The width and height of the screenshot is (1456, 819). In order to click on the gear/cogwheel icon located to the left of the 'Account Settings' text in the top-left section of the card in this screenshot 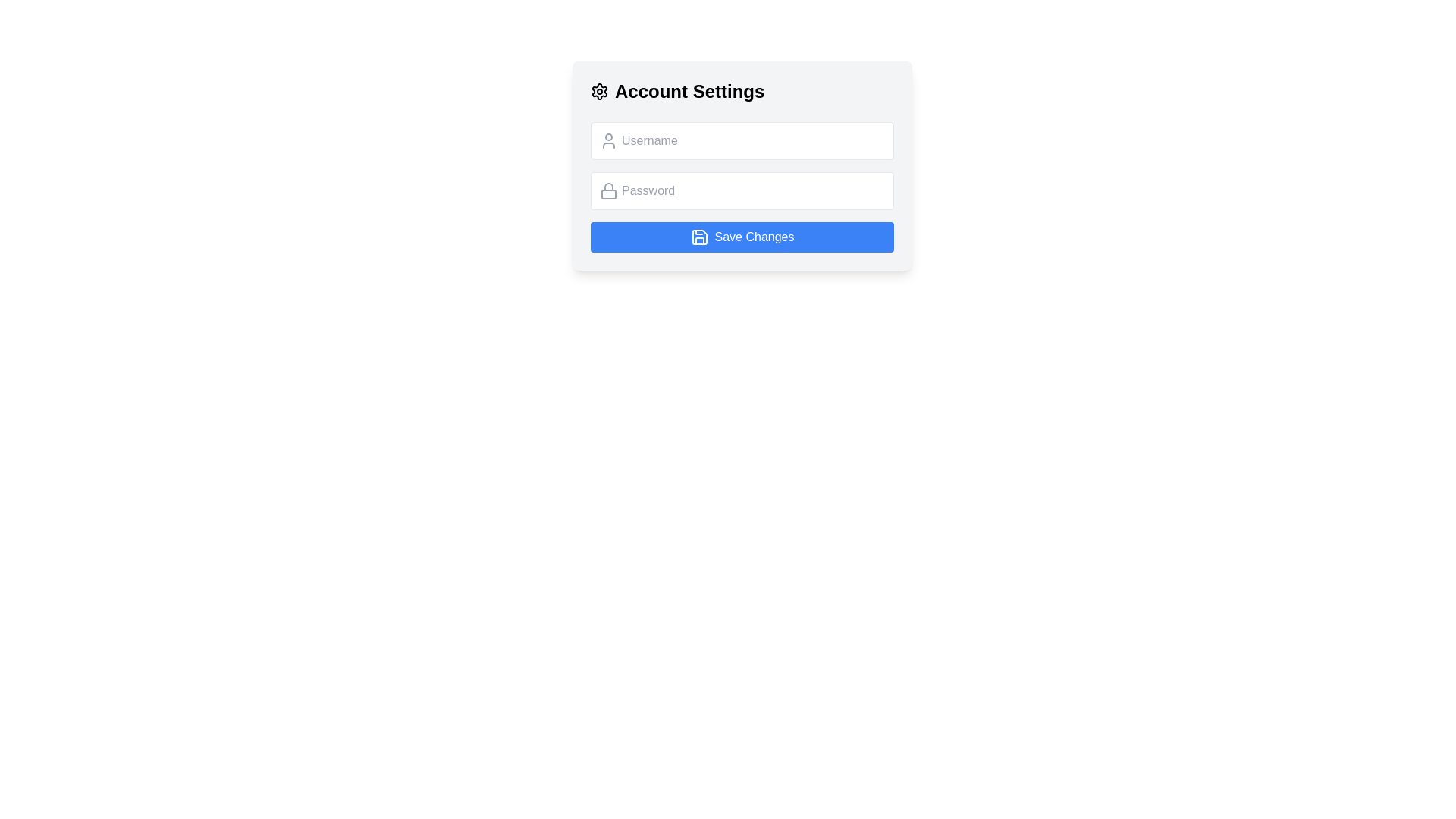, I will do `click(599, 91)`.